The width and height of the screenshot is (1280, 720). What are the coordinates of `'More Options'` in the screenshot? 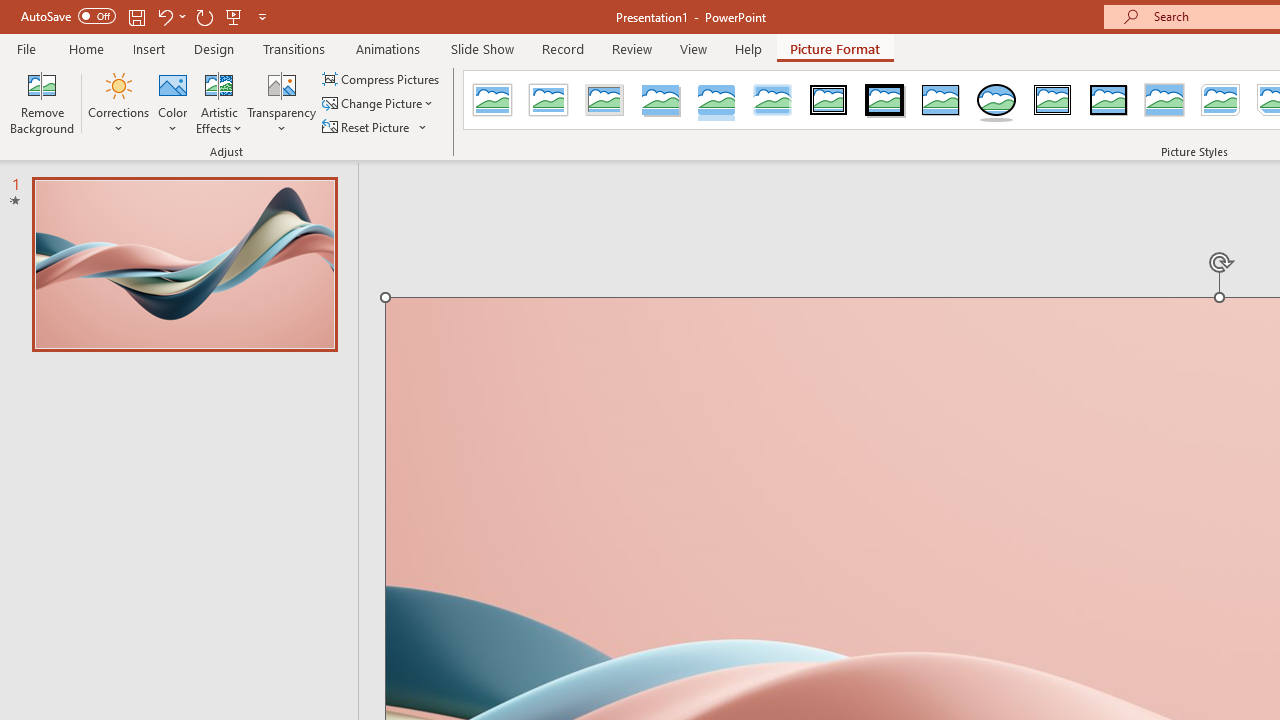 It's located at (423, 127).